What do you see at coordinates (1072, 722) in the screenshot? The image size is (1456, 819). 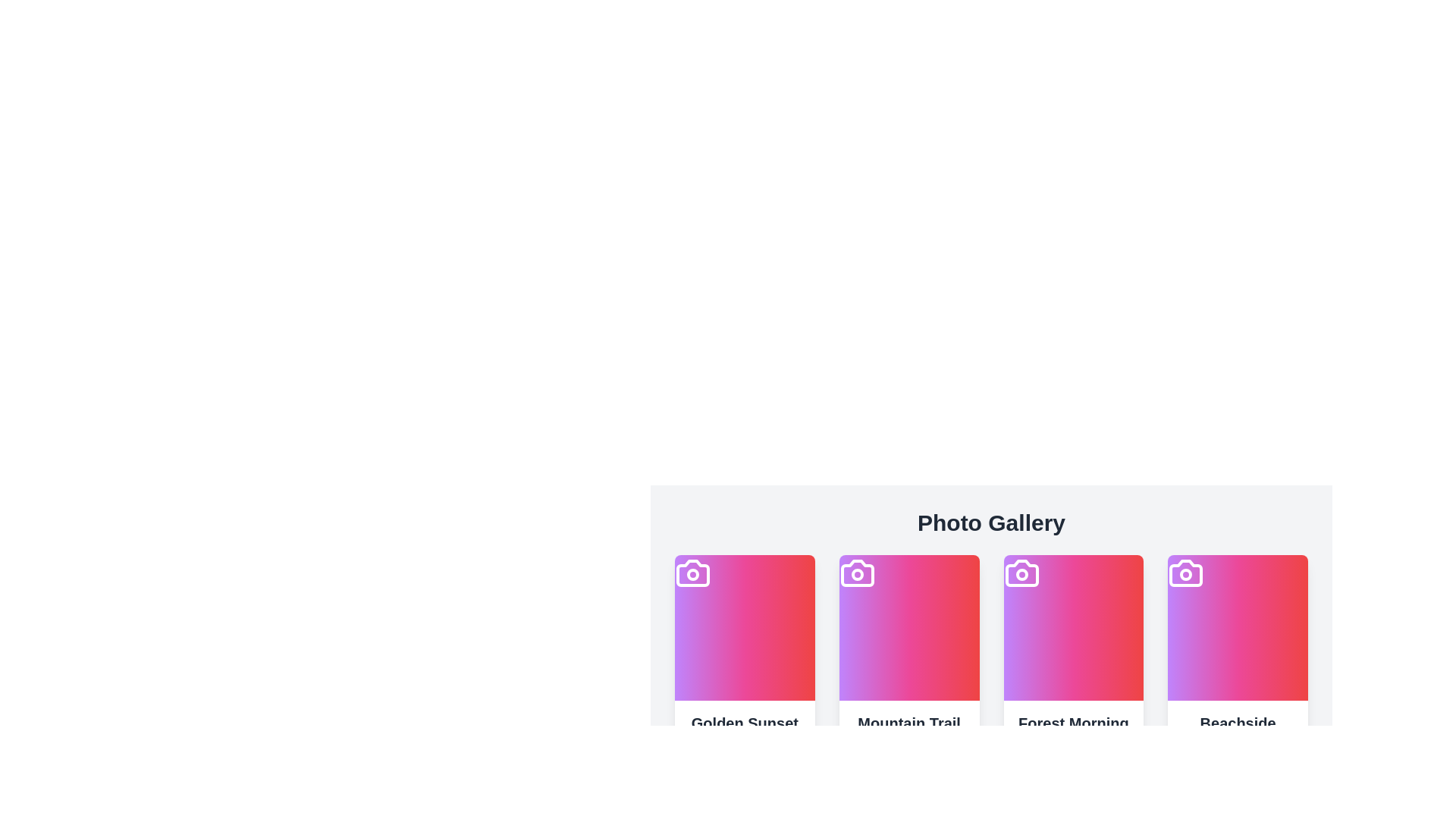 I see `title text label 'Forest Morning', which is styled in a larger, bold font and is the primary title text for the associated visual card located in the third card of a row of gallery cards` at bounding box center [1072, 722].